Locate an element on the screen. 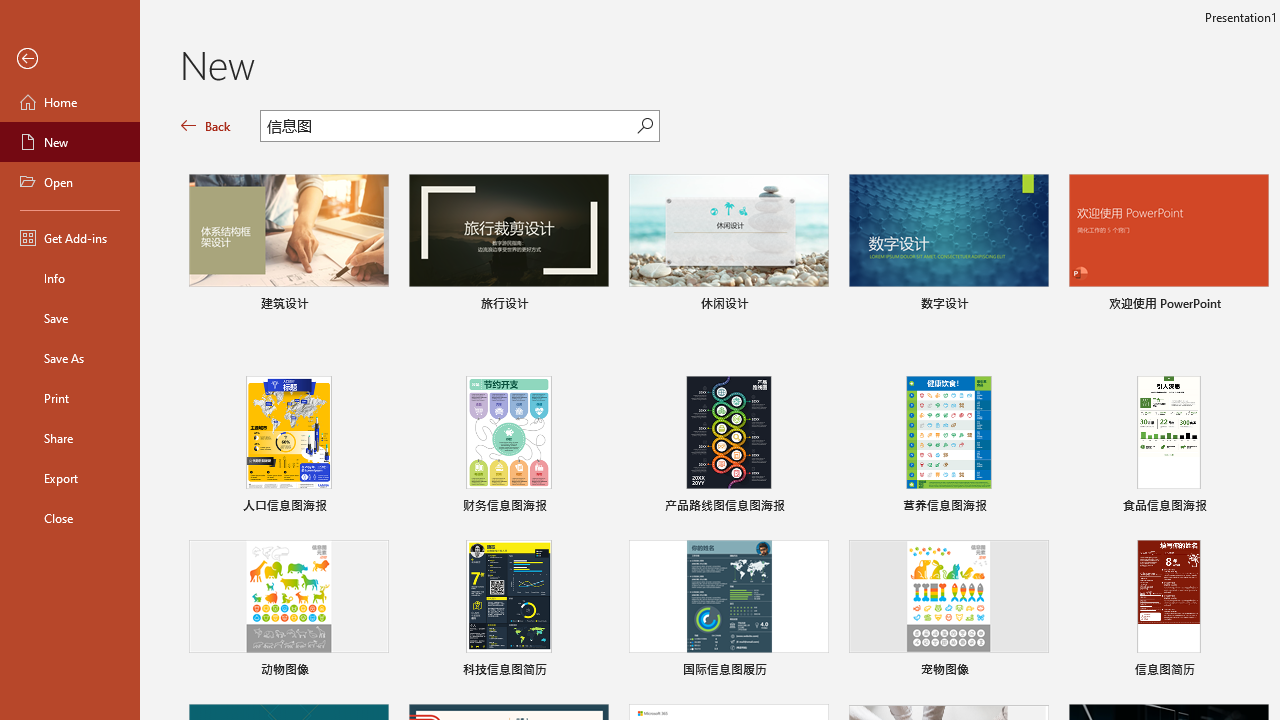 This screenshot has height=720, width=1280. 'Pin to list' is located at coordinates (1254, 672).